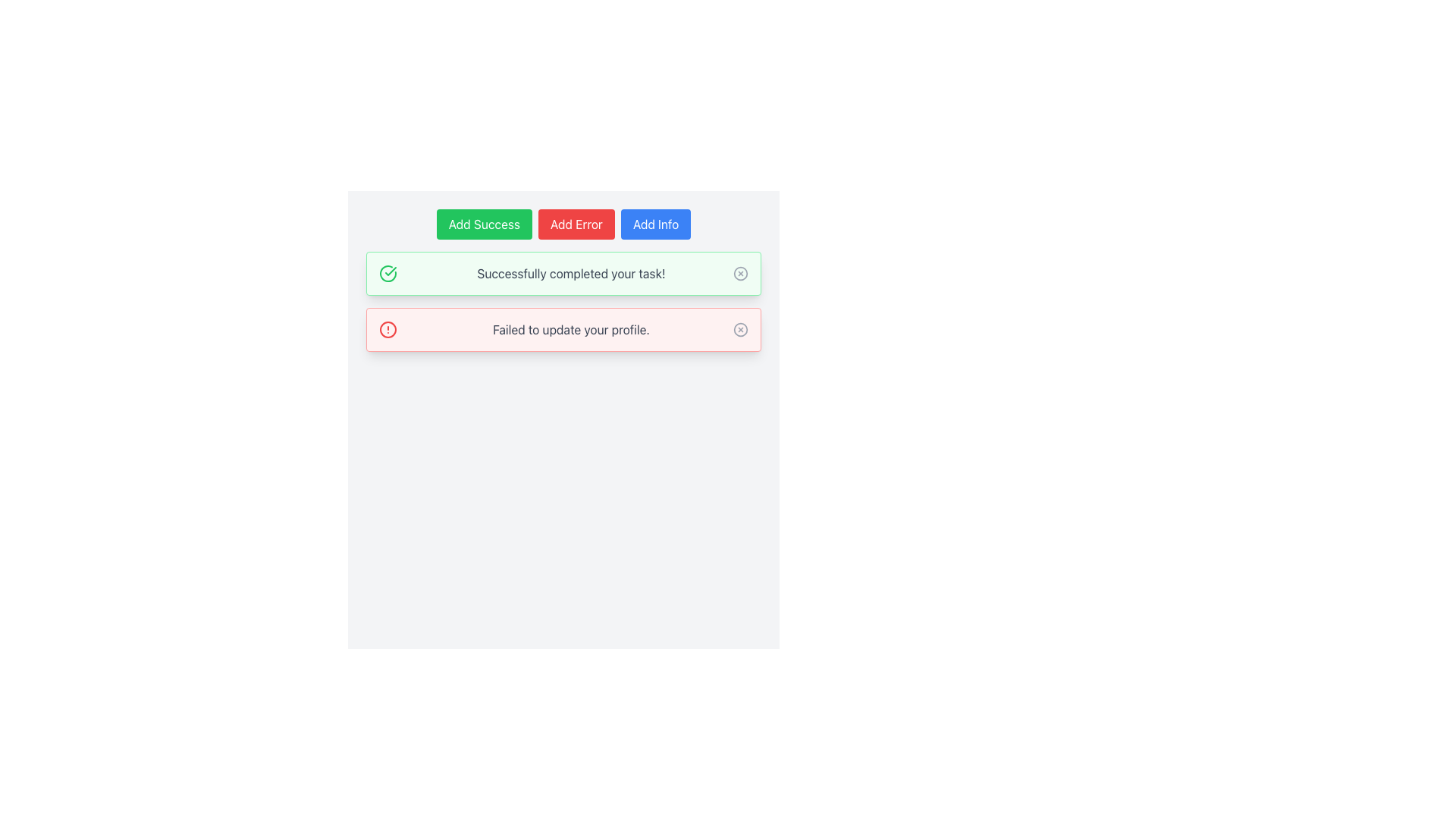 The height and width of the screenshot is (819, 1456). I want to click on the static text element that conveys a success message located within the green notification box, positioned above the red error notification and below the action buttons, so click(570, 274).